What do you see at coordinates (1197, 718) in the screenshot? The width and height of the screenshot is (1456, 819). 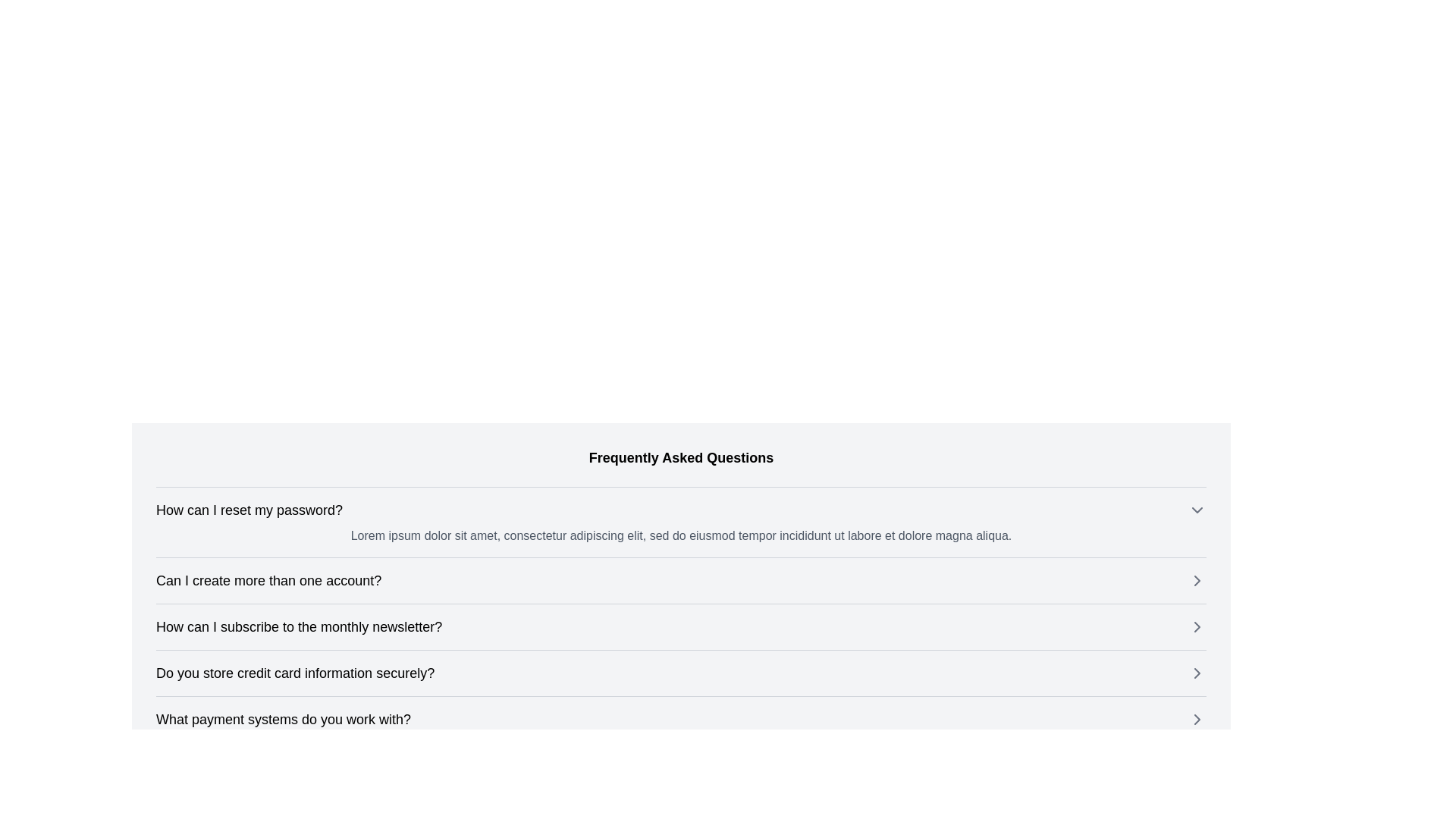 I see `the SVG Icon located at the far right end of the 'What payment systems do you work with?' question row in the FAQ section` at bounding box center [1197, 718].